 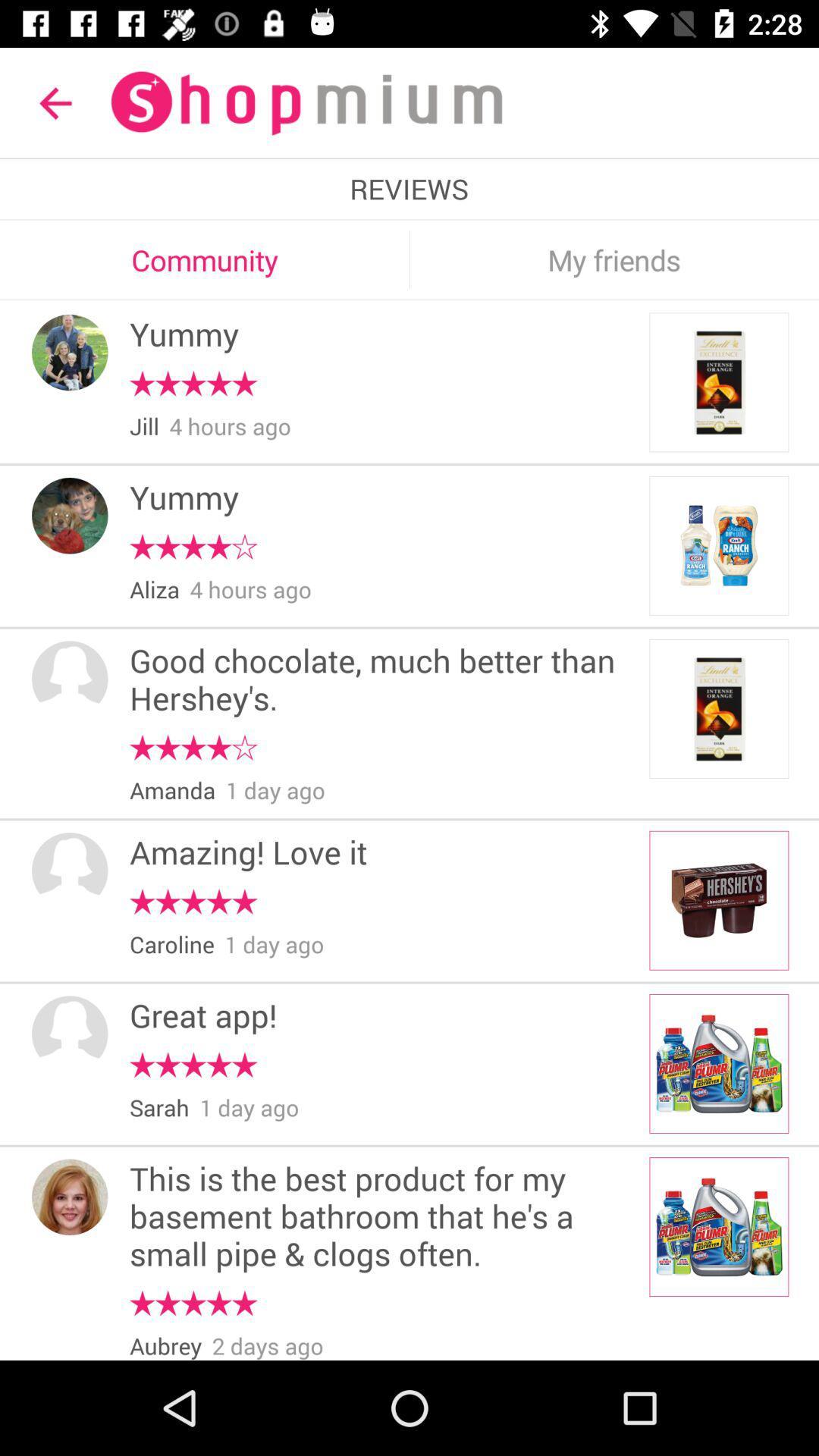 What do you see at coordinates (70, 516) in the screenshot?
I see `item next to the yummy icon` at bounding box center [70, 516].